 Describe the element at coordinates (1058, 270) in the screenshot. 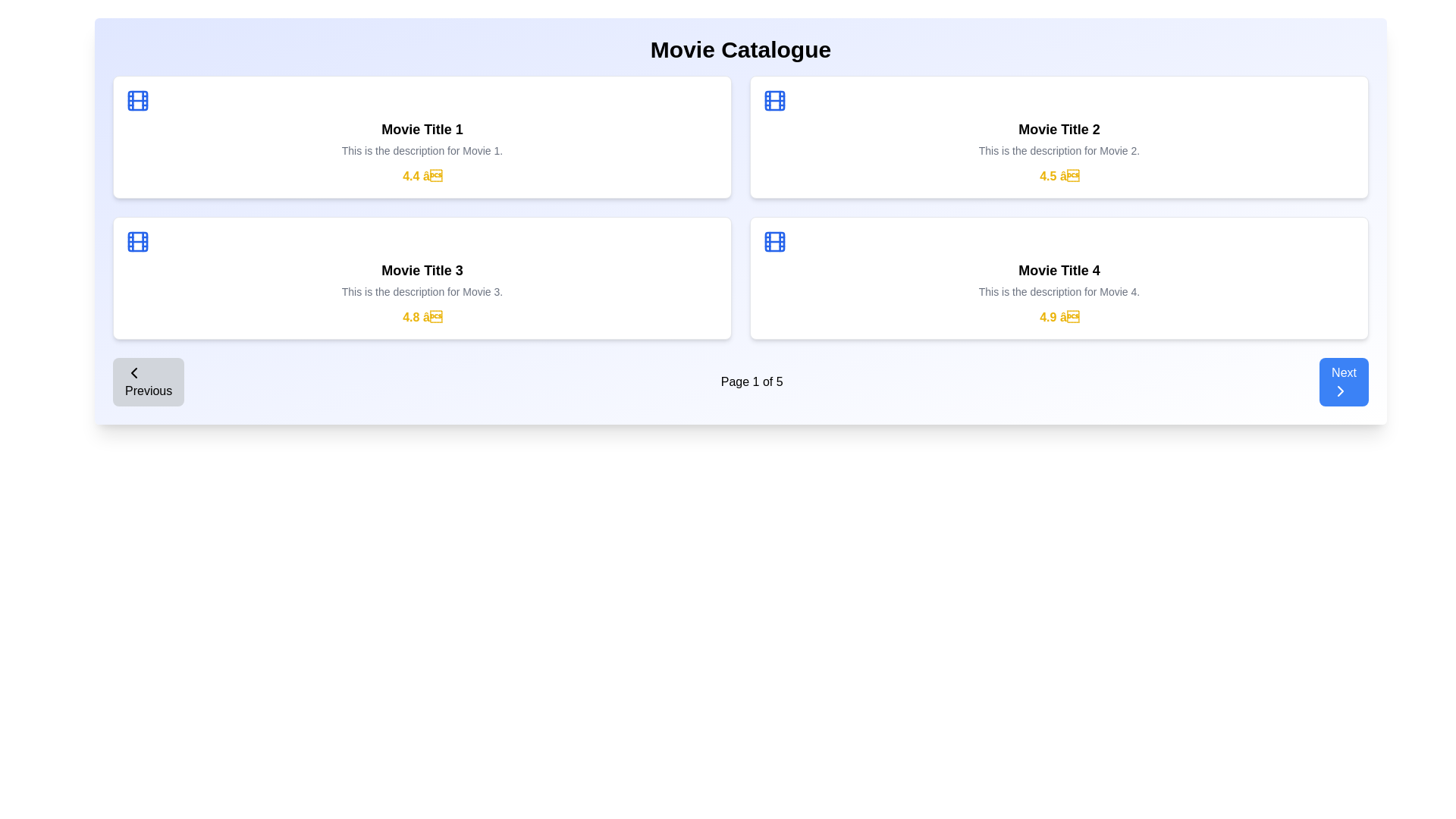

I see `text label displaying 'Movie Title 4', which is styled in bold and slightly larger font, located in the bottom-right movie card above the description and rating` at that location.